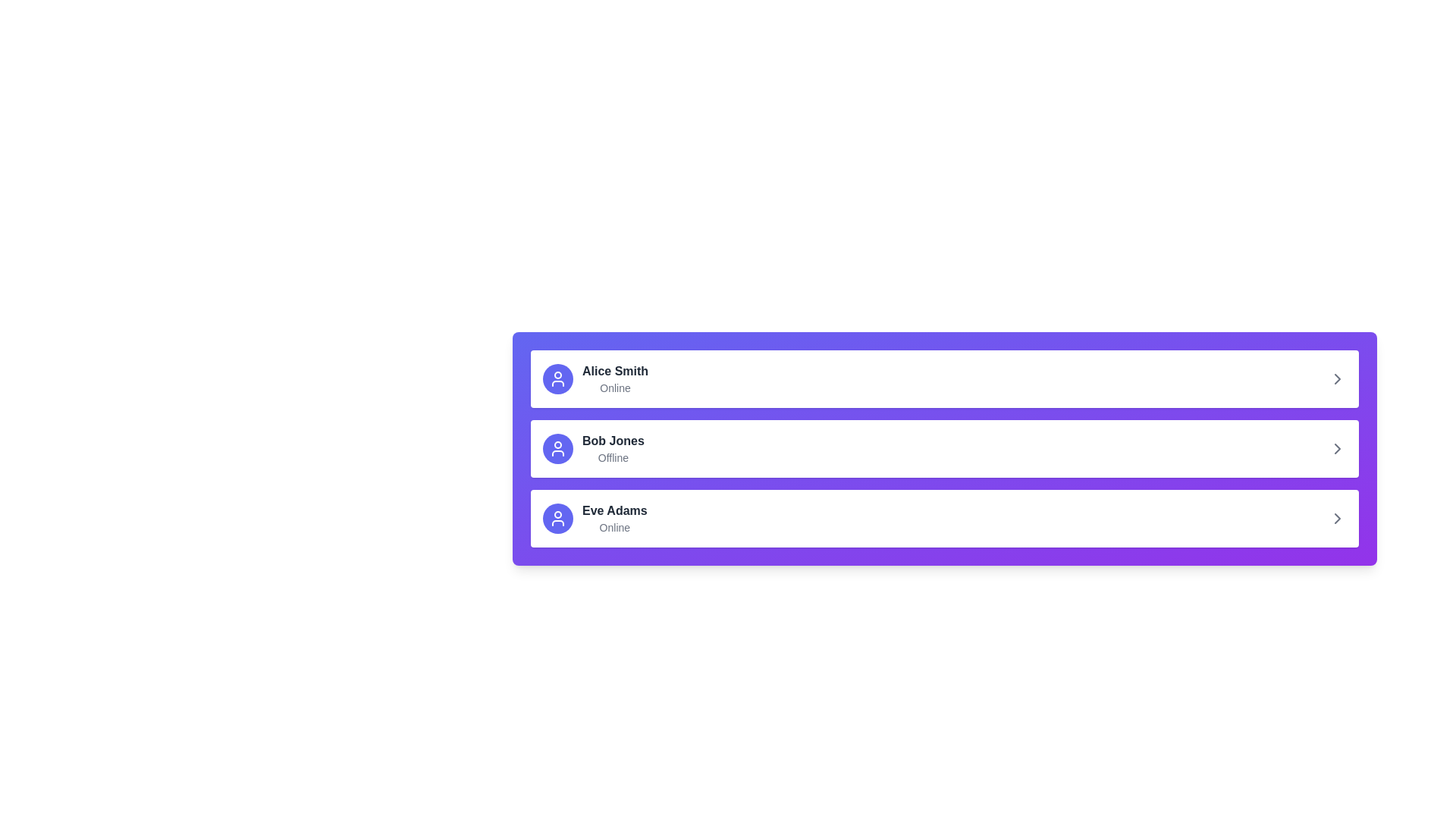 Image resolution: width=1456 pixels, height=819 pixels. I want to click on the list item labeled 'Eve Adams' with an online status, so click(944, 517).